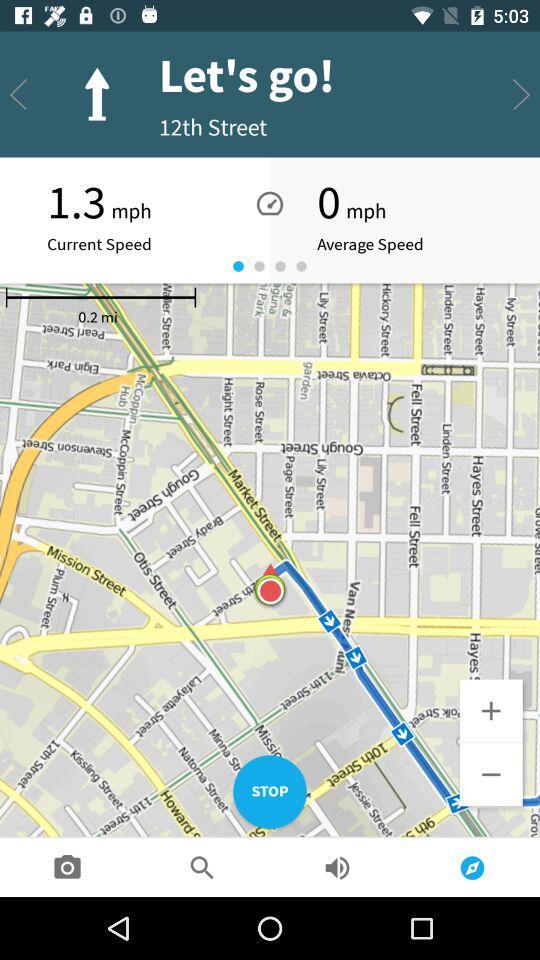  Describe the element at coordinates (270, 792) in the screenshot. I see `stop icon` at that location.